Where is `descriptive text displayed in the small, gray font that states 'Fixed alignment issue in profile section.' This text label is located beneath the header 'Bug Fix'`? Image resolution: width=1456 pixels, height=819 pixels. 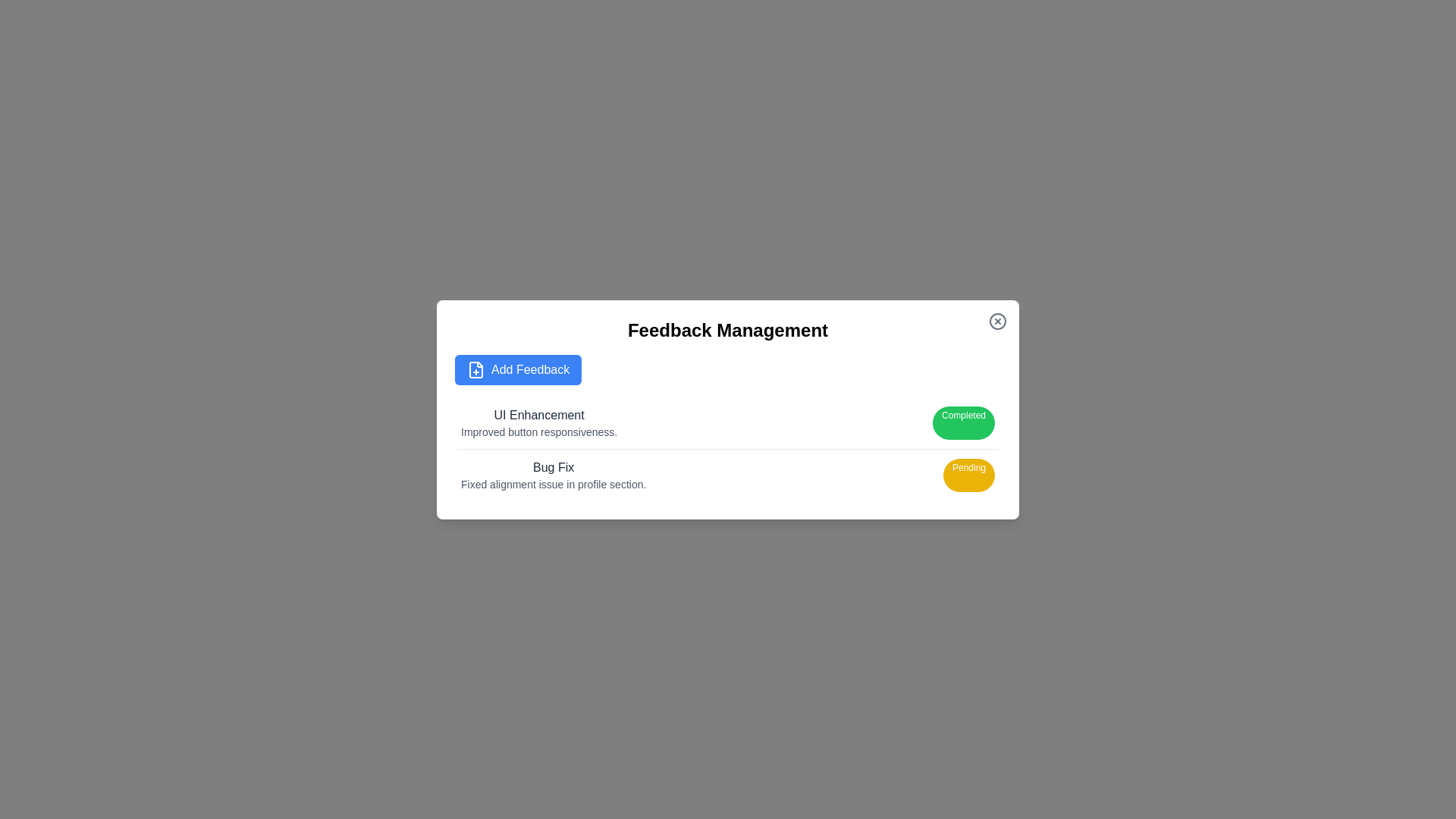 descriptive text displayed in the small, gray font that states 'Fixed alignment issue in profile section.' This text label is located beneath the header 'Bug Fix' is located at coordinates (553, 484).